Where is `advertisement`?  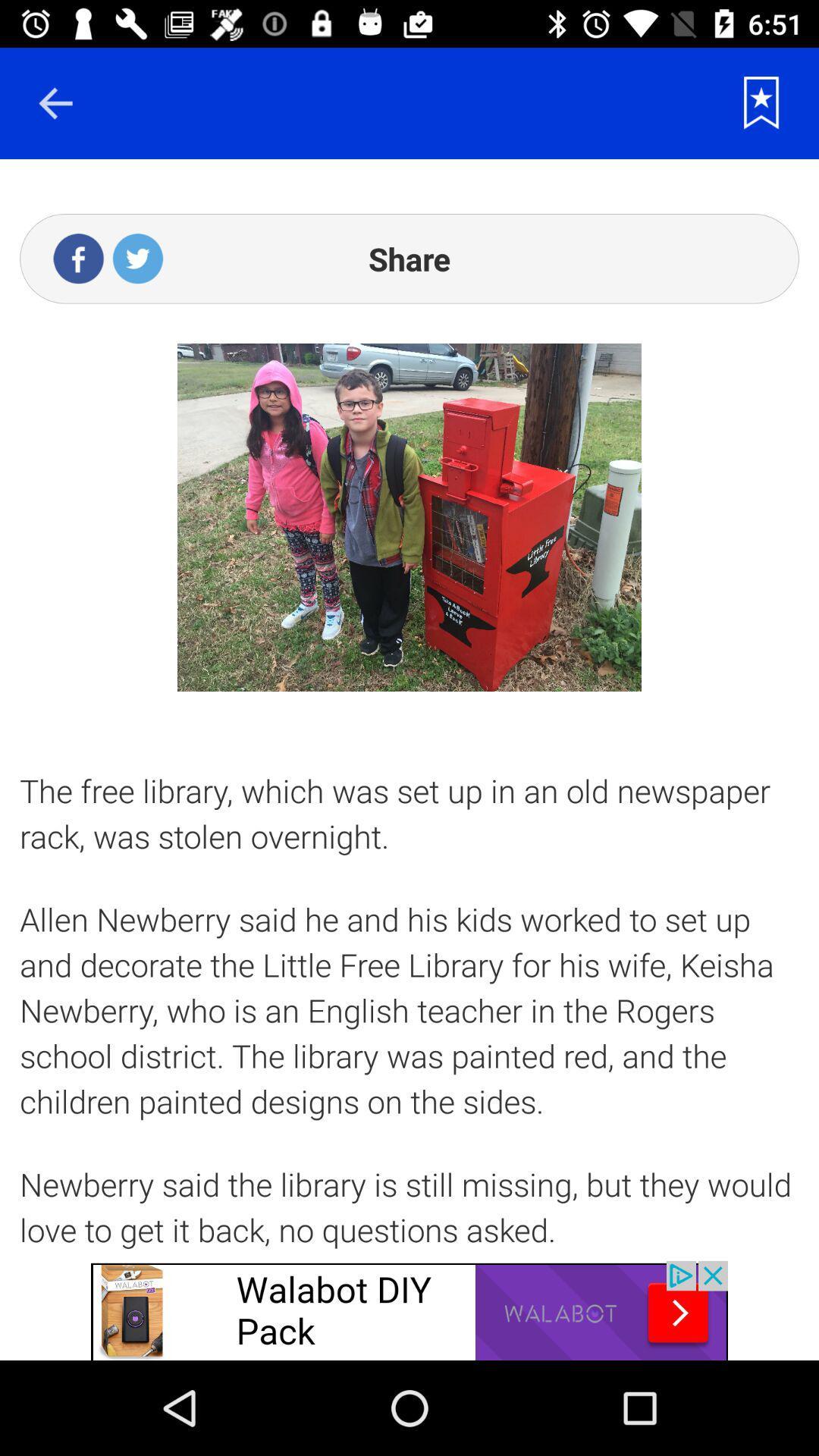 advertisement is located at coordinates (409, 1310).